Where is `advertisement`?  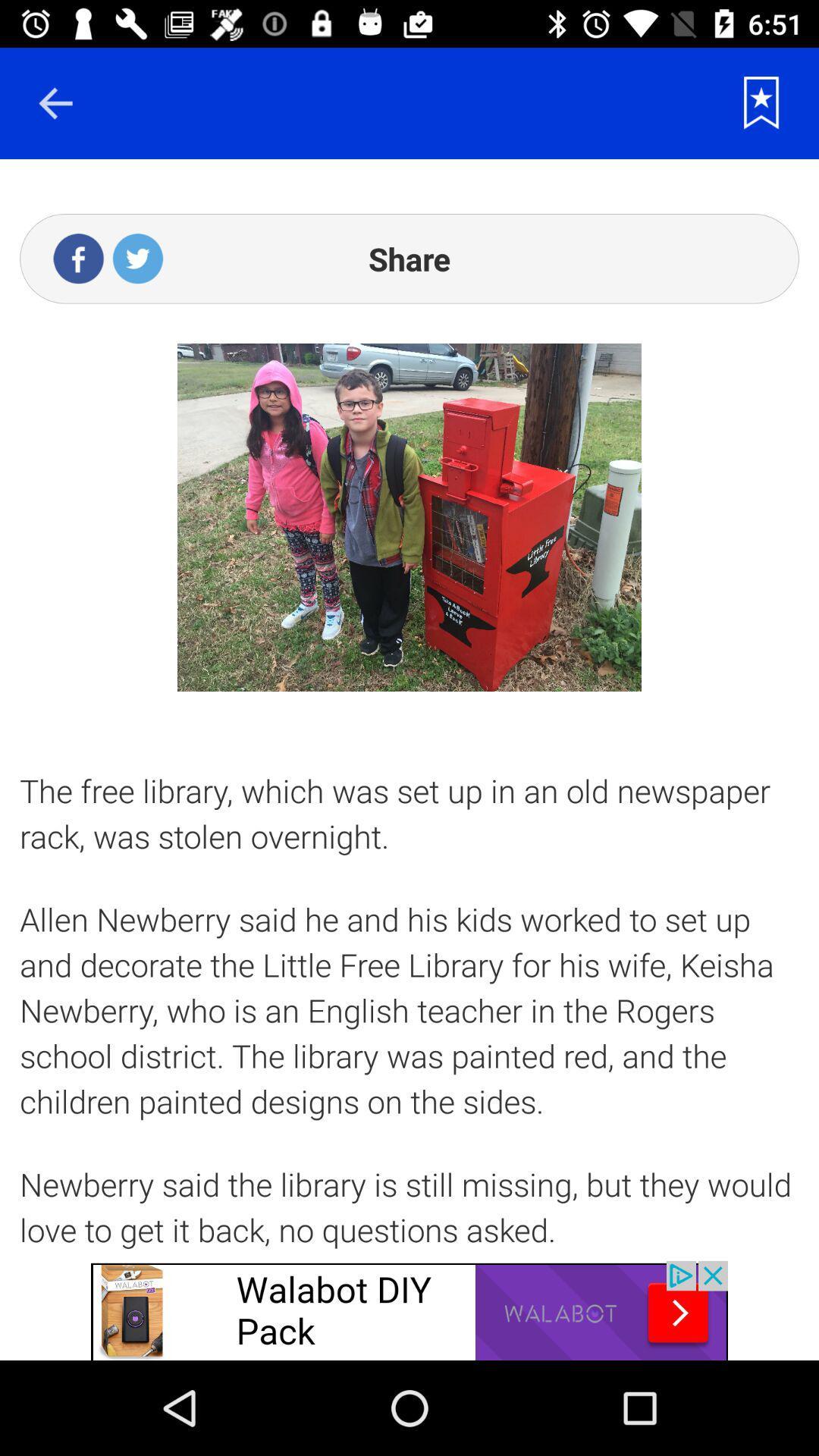 advertisement is located at coordinates (409, 1310).